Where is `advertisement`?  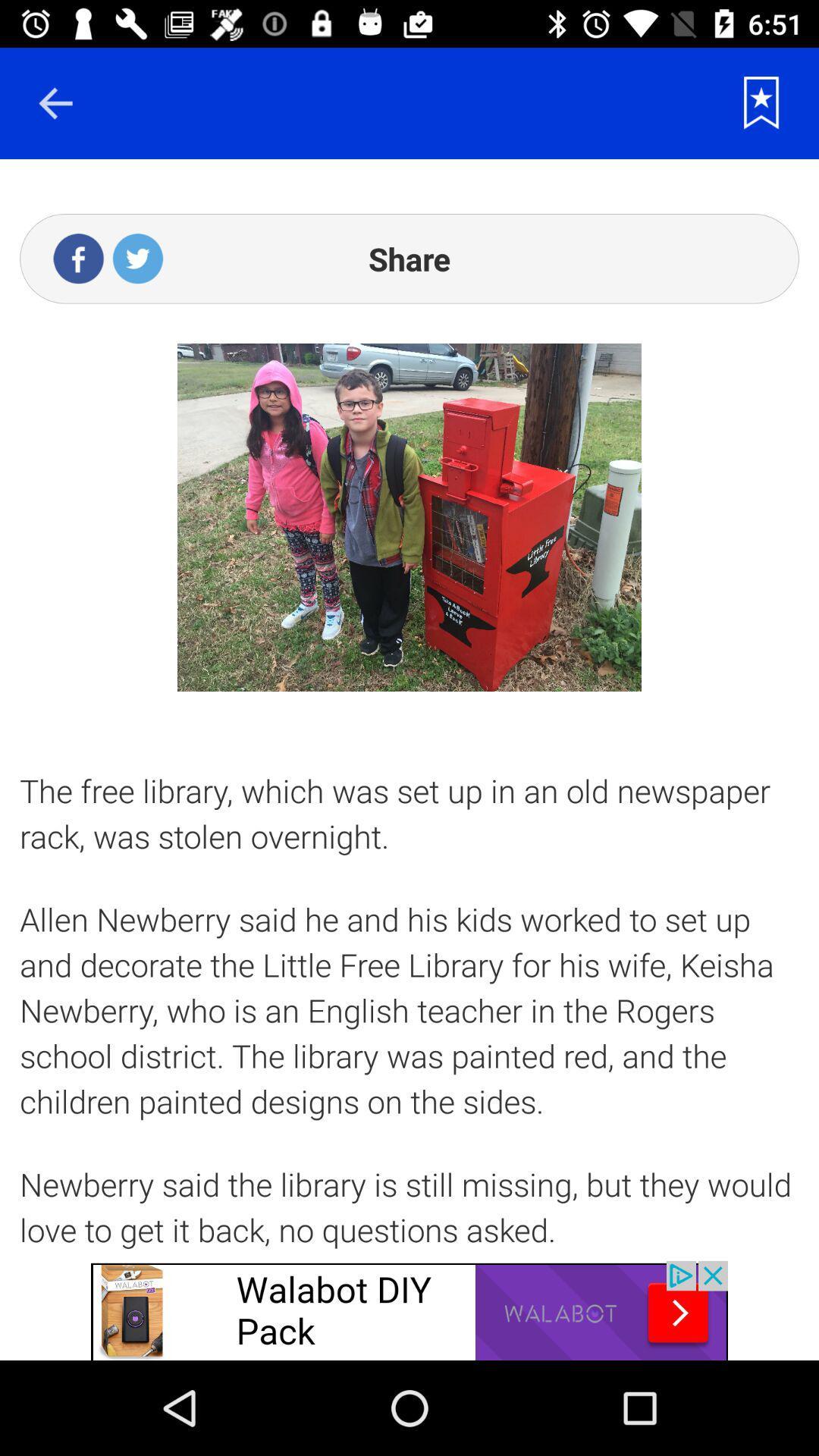 advertisement is located at coordinates (409, 1310).